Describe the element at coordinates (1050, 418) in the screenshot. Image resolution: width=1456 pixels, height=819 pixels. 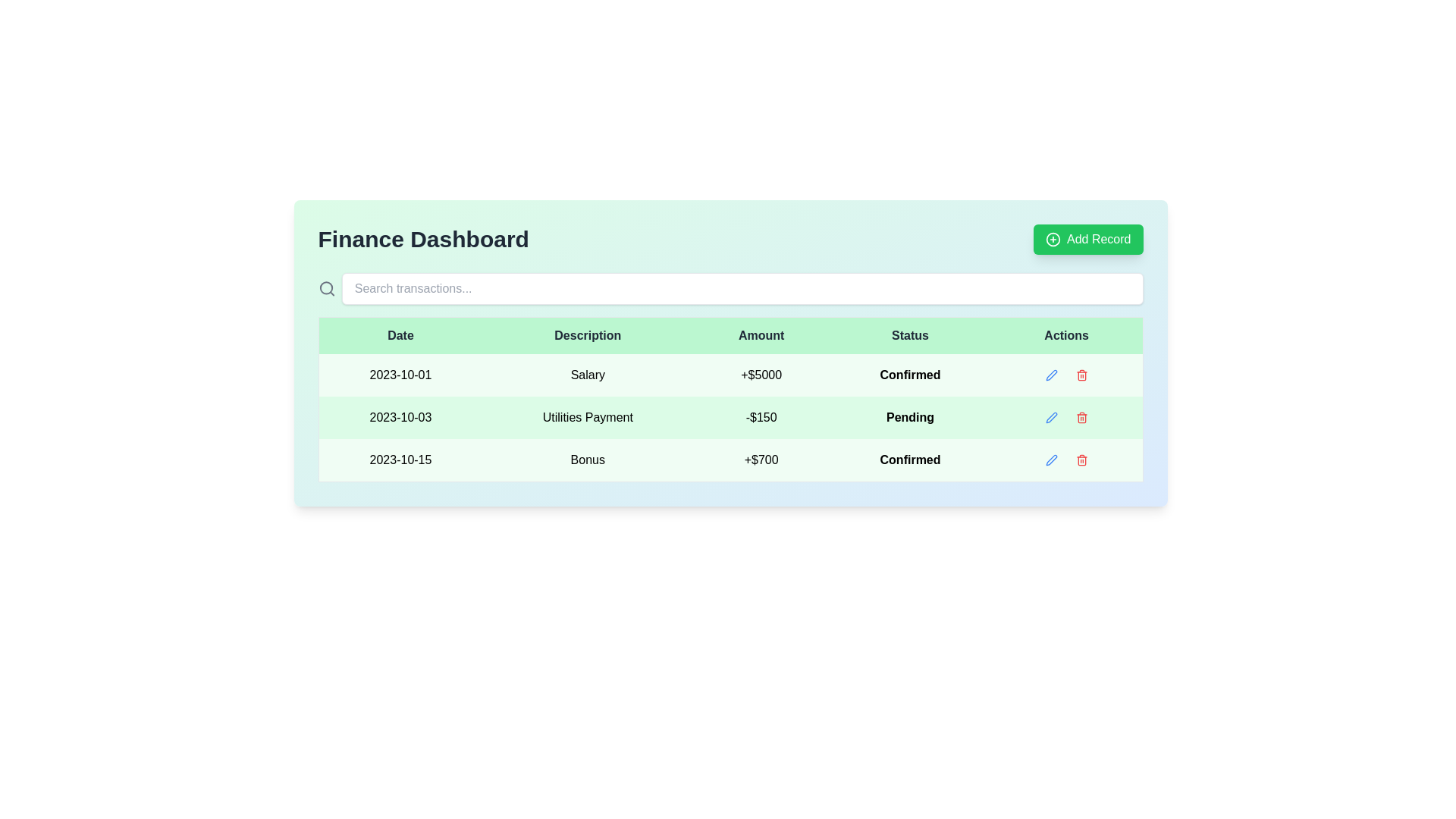
I see `the edit button (pen symbol) in the 'Actions' column for the second row of the transaction table to initiate editing` at that location.